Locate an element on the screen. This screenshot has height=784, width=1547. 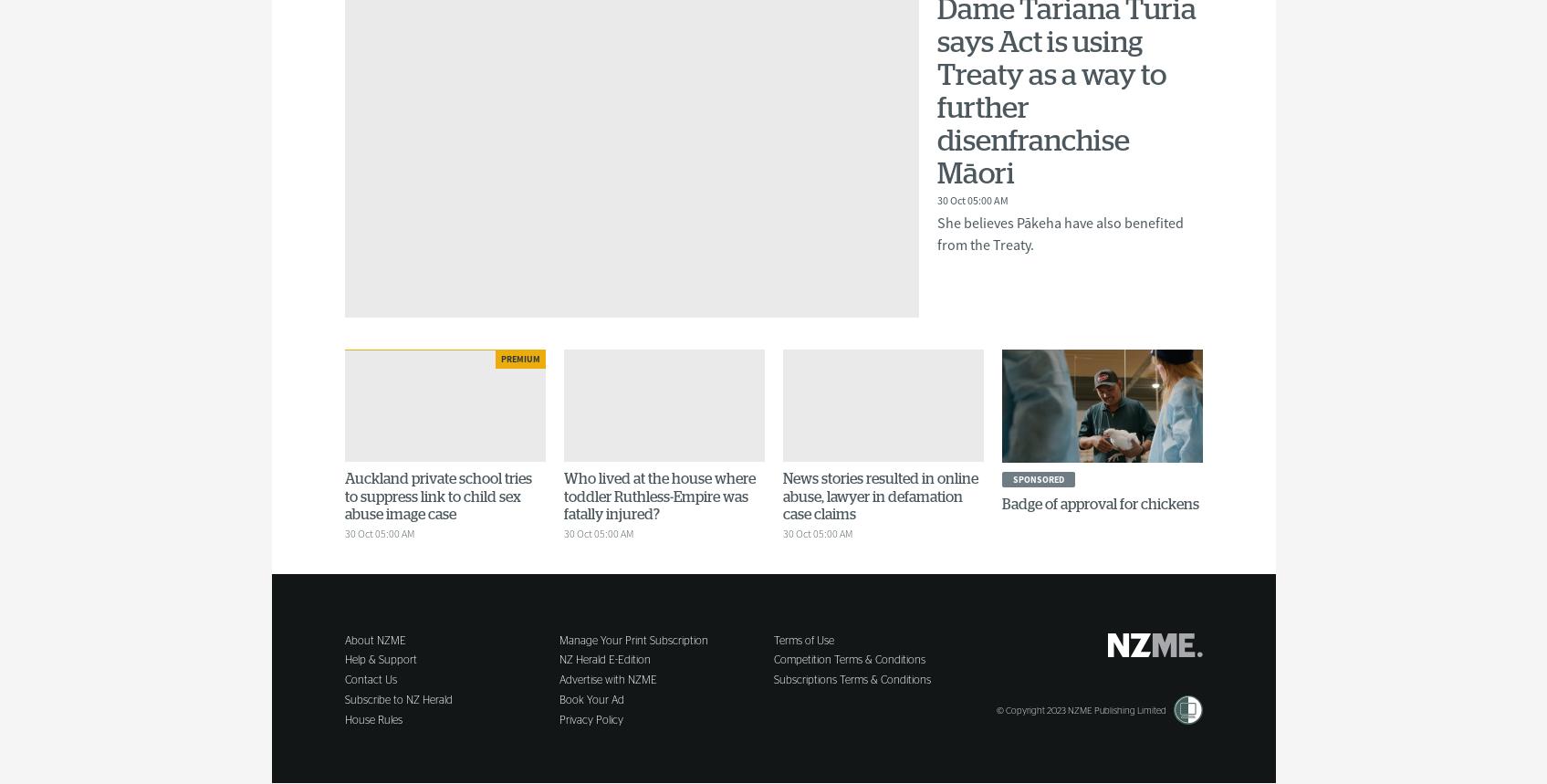
'Competition Terms & Conditions' is located at coordinates (849, 659).